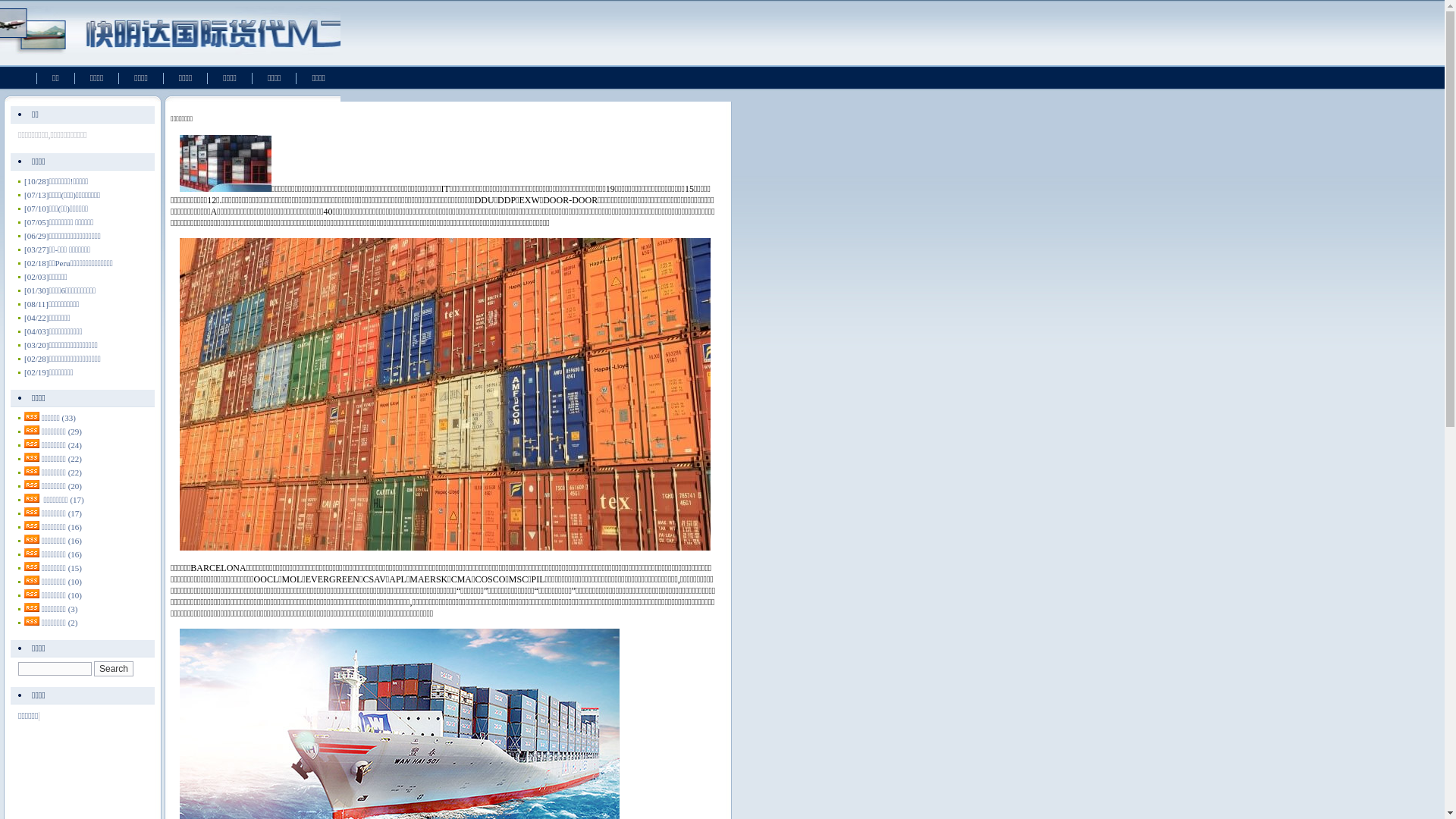  Describe the element at coordinates (24, 538) in the screenshot. I see `'rss'` at that location.